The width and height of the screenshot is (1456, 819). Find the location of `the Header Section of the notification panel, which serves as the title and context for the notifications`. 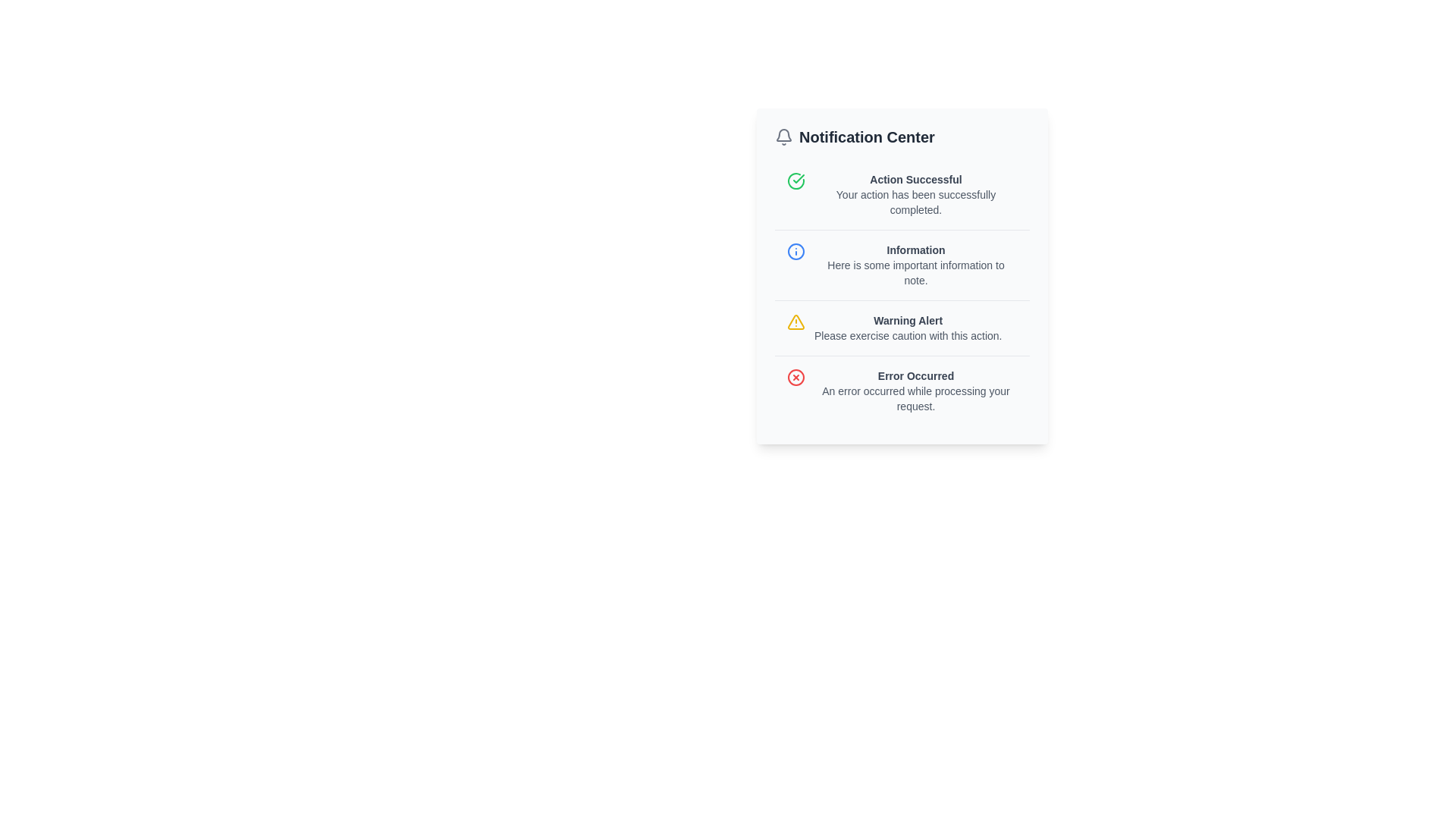

the Header Section of the notification panel, which serves as the title and context for the notifications is located at coordinates (902, 137).